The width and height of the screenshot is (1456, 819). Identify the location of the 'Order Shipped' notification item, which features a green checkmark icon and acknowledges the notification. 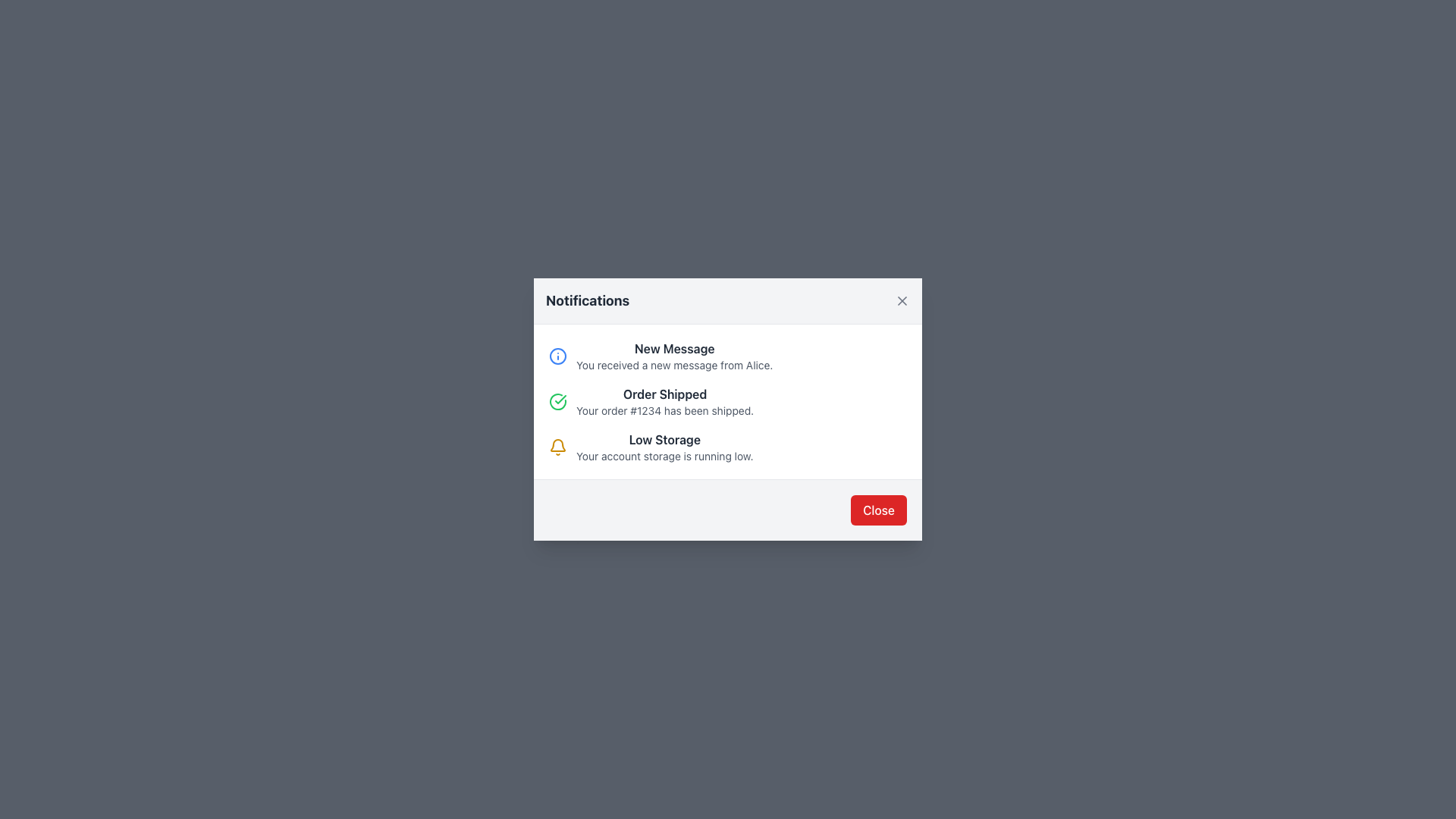
(728, 400).